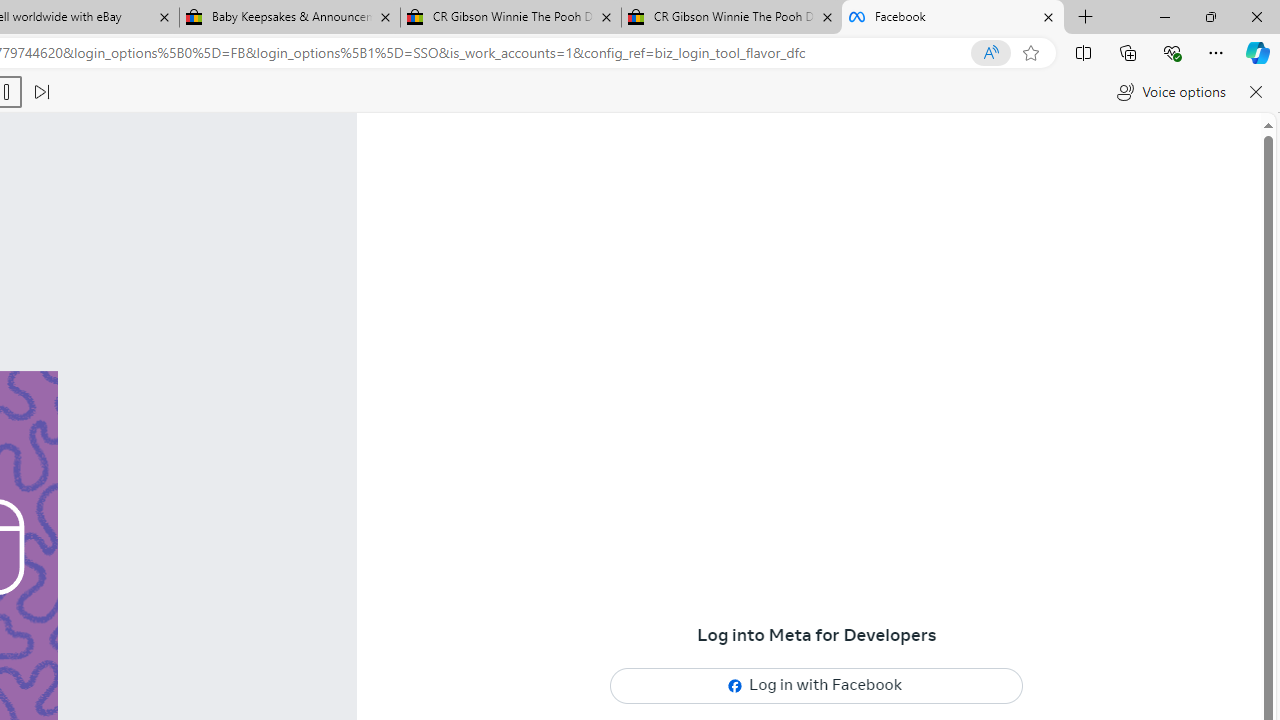 The image size is (1280, 720). Describe the element at coordinates (1254, 92) in the screenshot. I see `'Close read aloud'` at that location.